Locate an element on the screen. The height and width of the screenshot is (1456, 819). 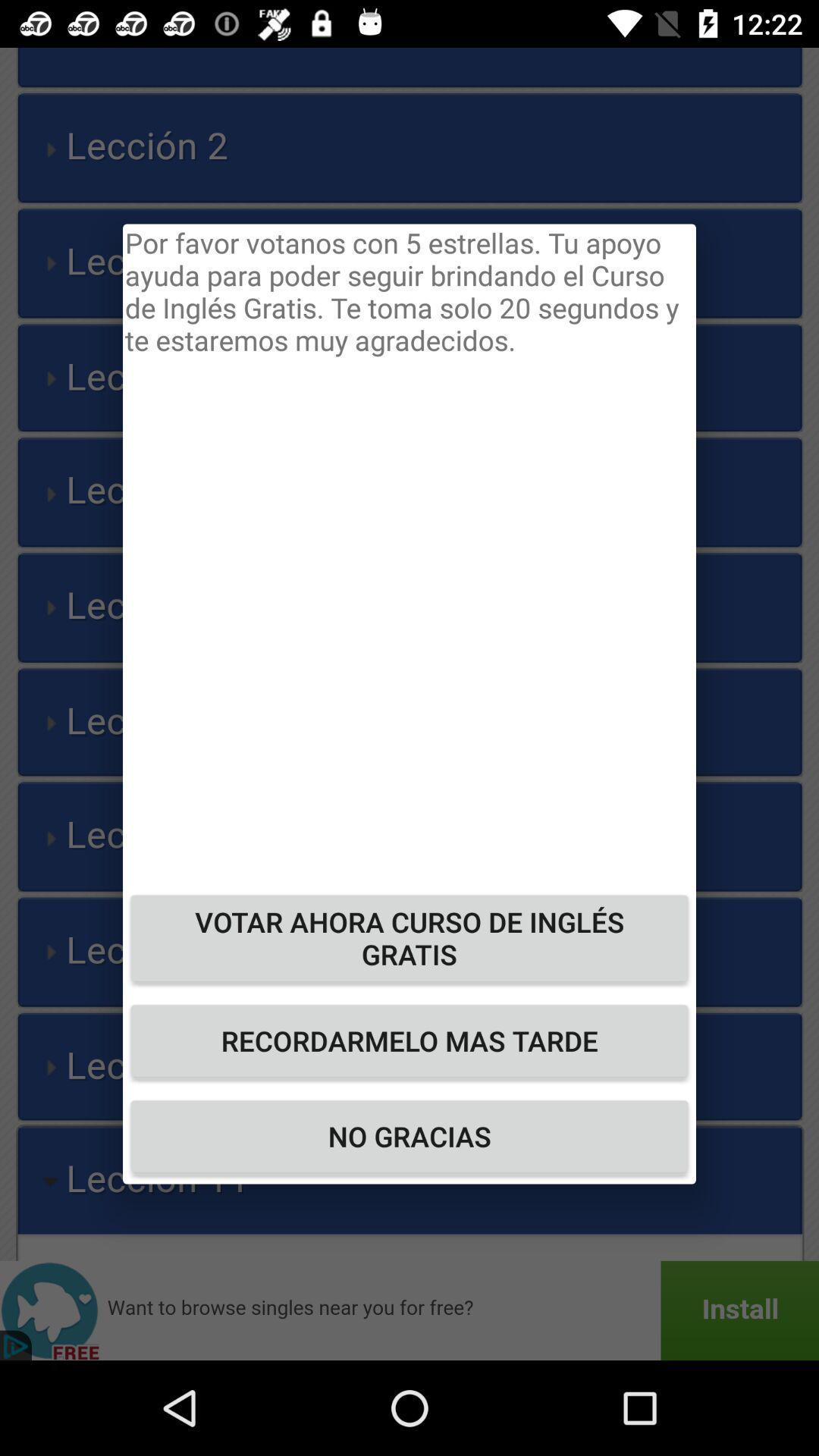
the item below votar ahora curso is located at coordinates (409, 1040).